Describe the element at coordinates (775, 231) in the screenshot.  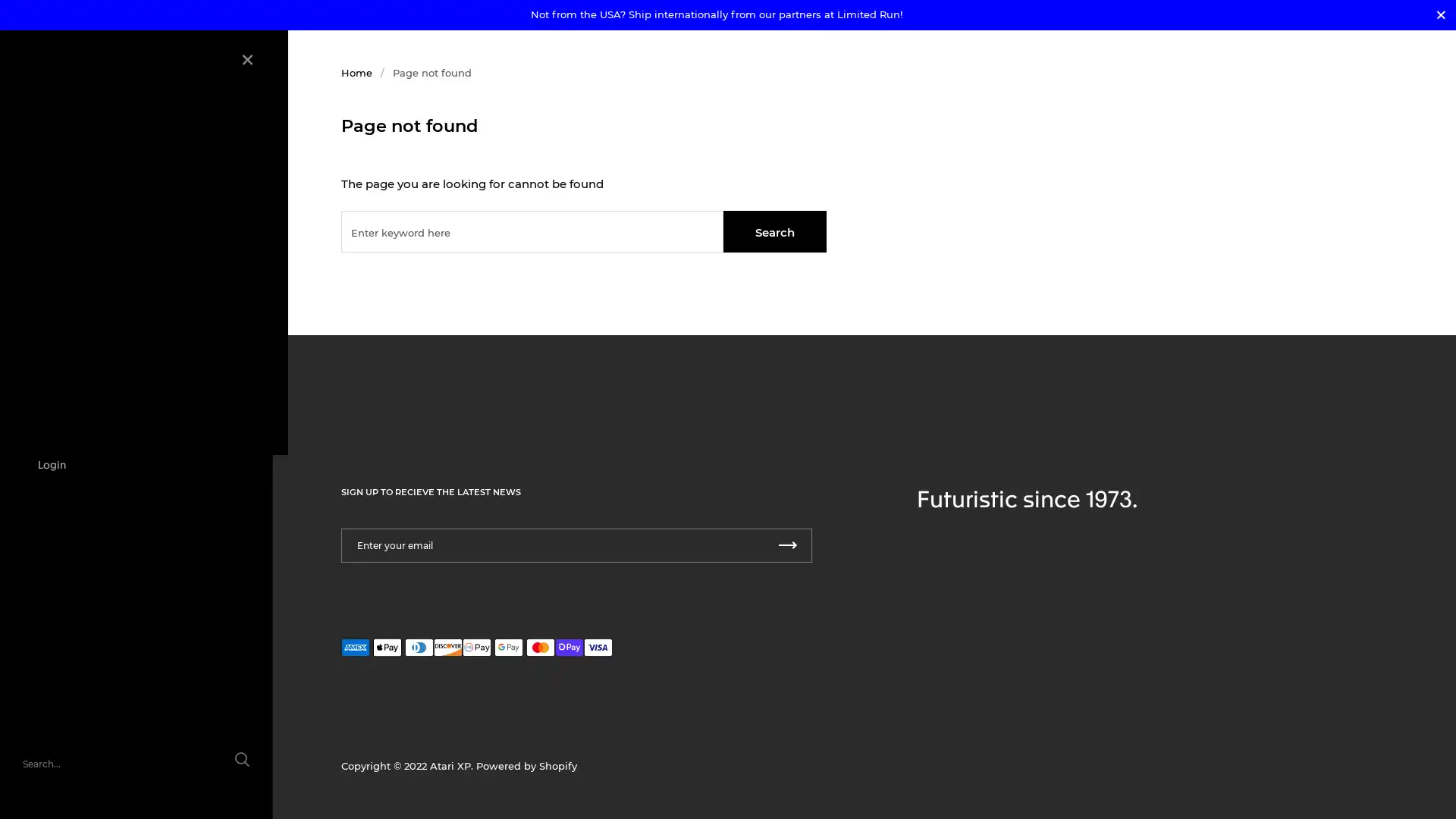
I see `Search` at that location.